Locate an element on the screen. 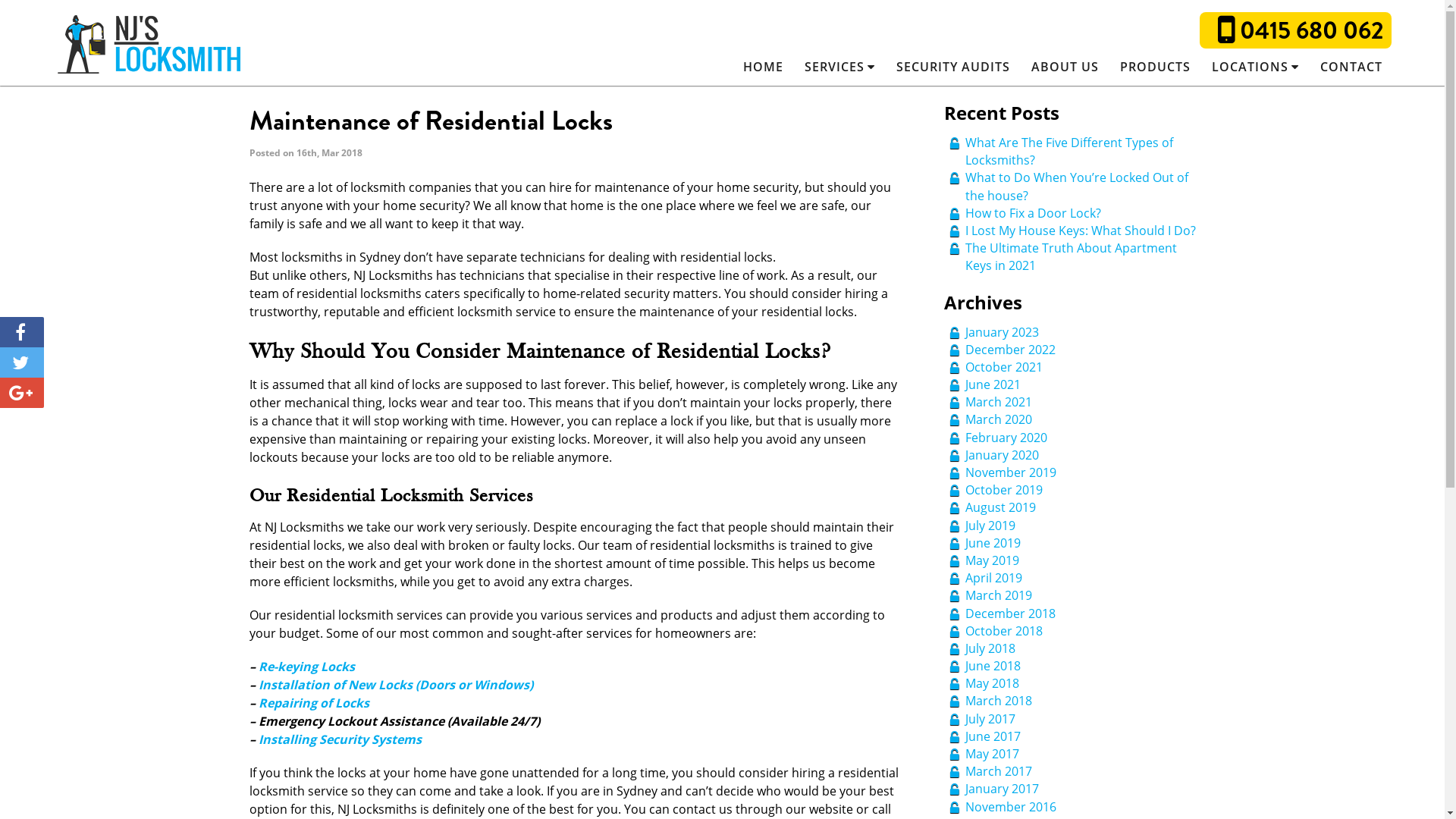 The width and height of the screenshot is (1456, 819). 'PRODUCTS' is located at coordinates (1110, 66).